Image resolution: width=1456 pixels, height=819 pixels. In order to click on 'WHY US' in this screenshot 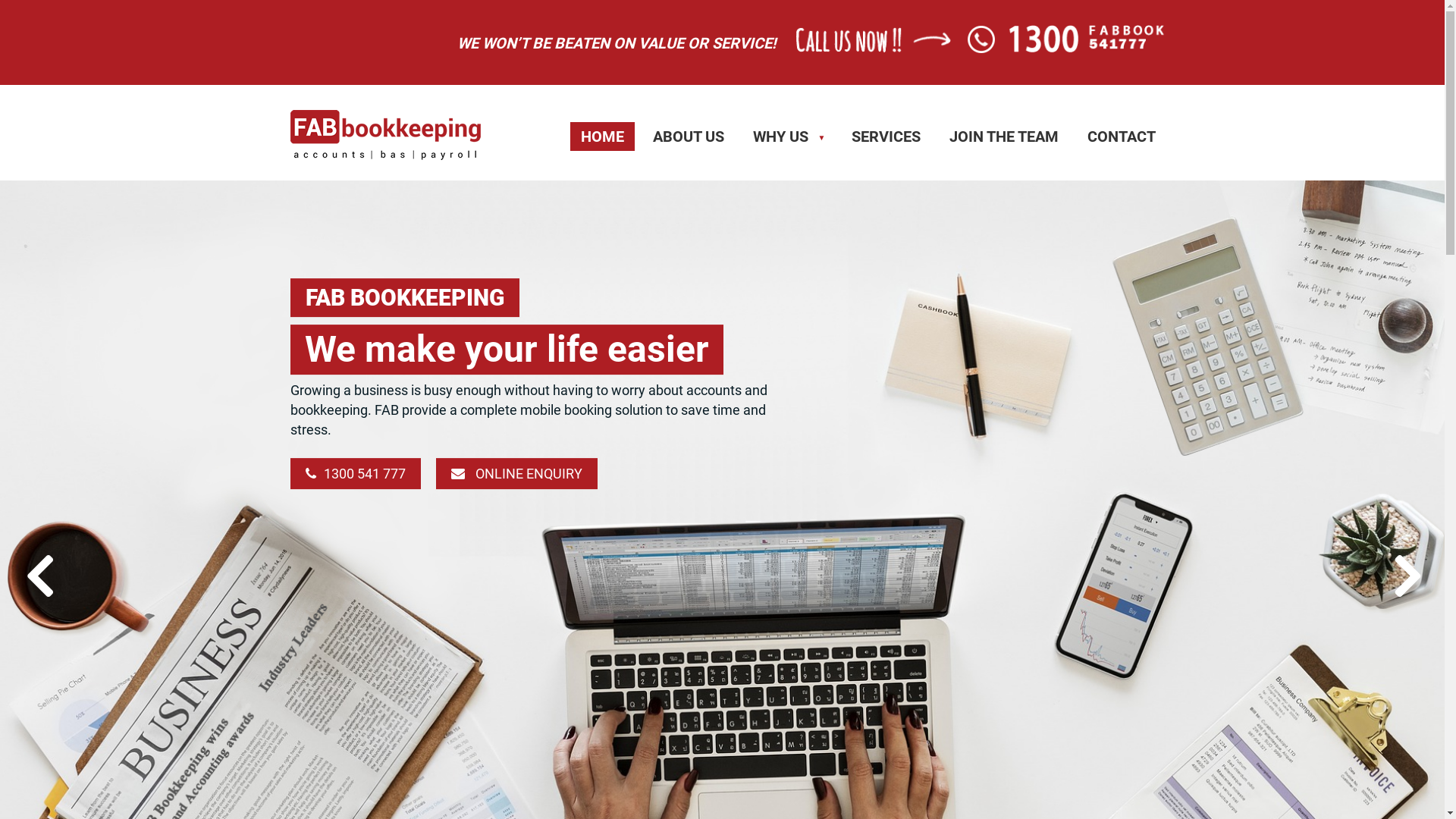, I will do `click(787, 136)`.